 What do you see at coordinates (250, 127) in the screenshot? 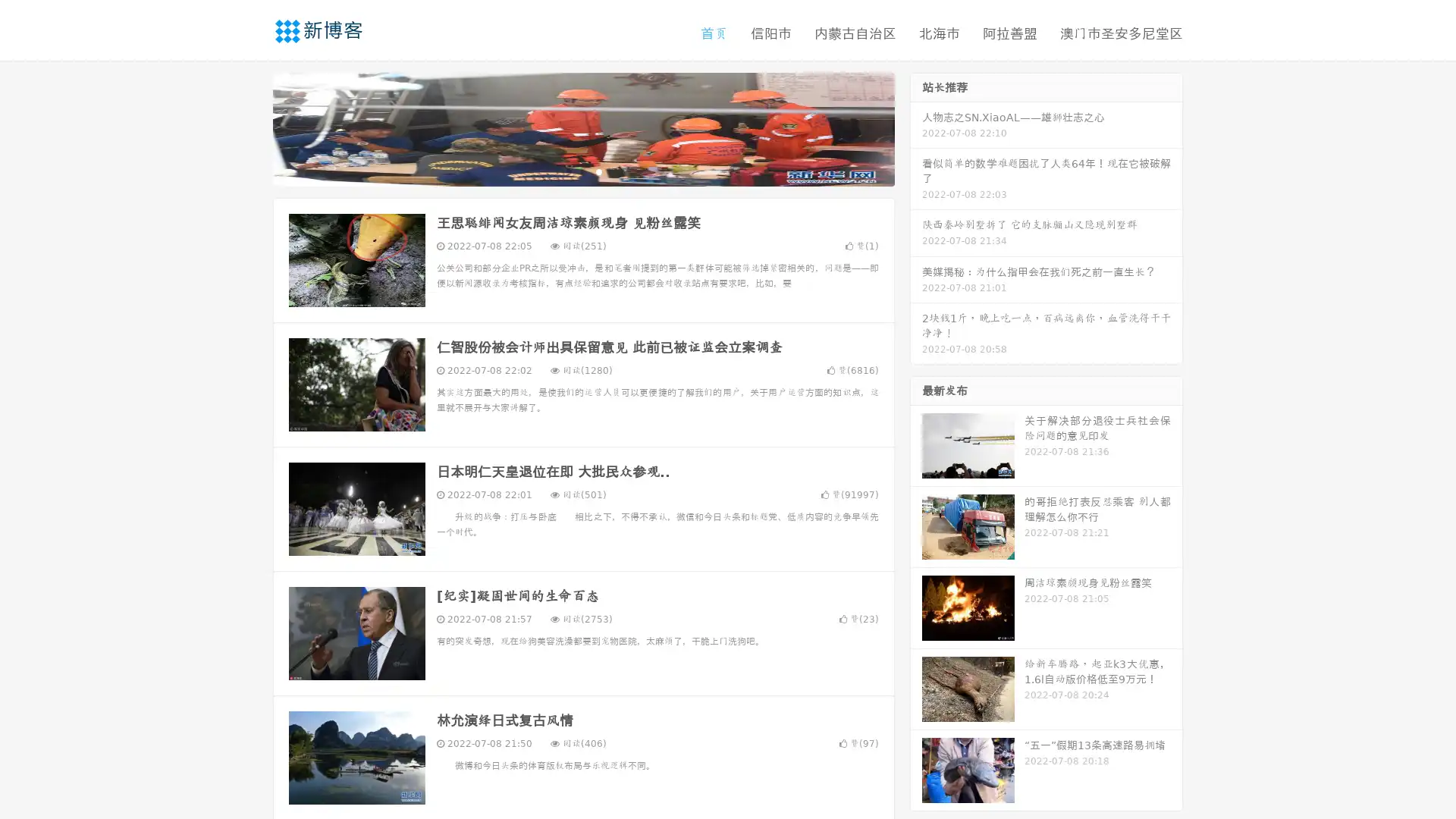
I see `Previous slide` at bounding box center [250, 127].